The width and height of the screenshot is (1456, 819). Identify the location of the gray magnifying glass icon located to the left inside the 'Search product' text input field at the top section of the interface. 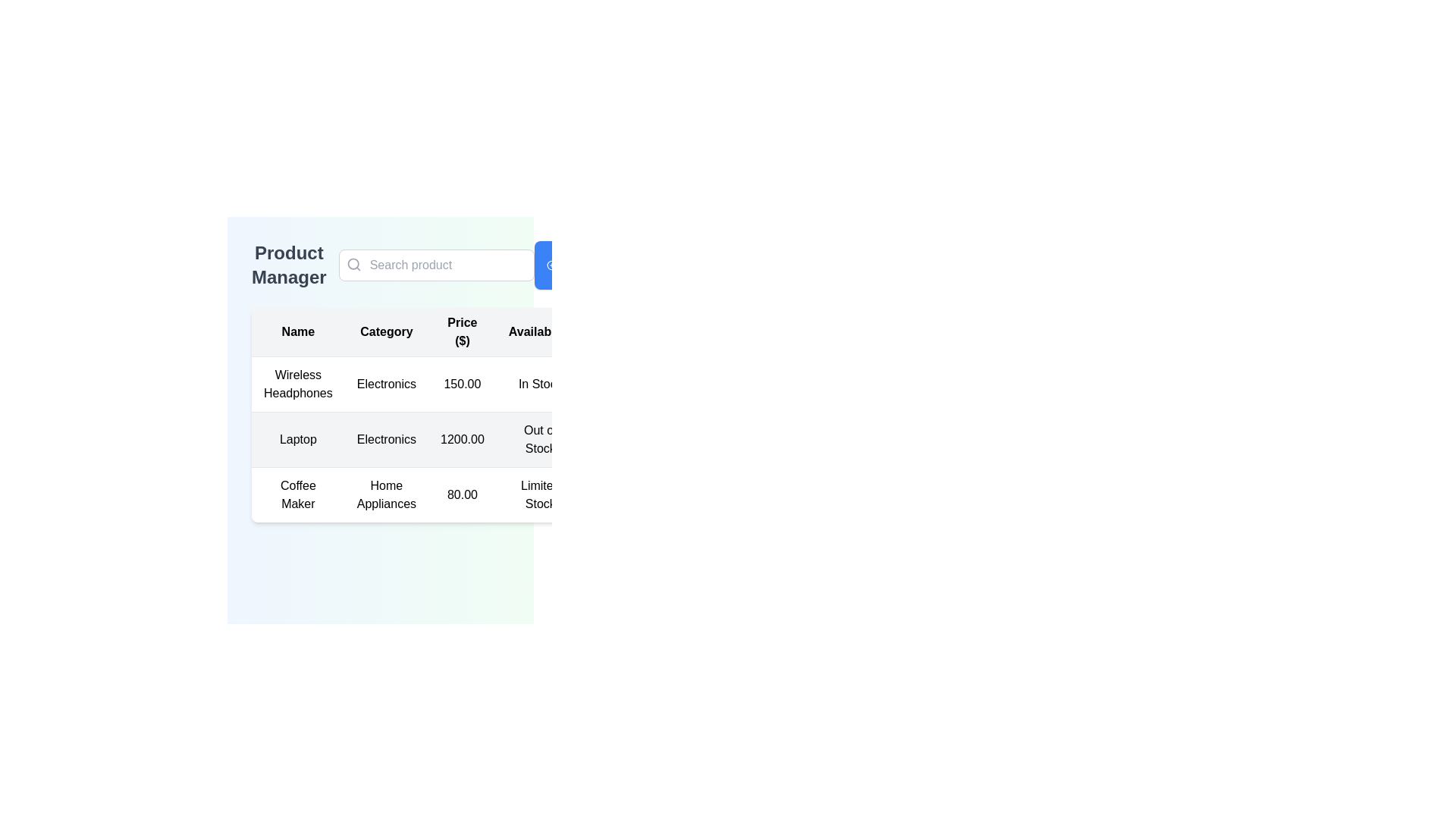
(353, 263).